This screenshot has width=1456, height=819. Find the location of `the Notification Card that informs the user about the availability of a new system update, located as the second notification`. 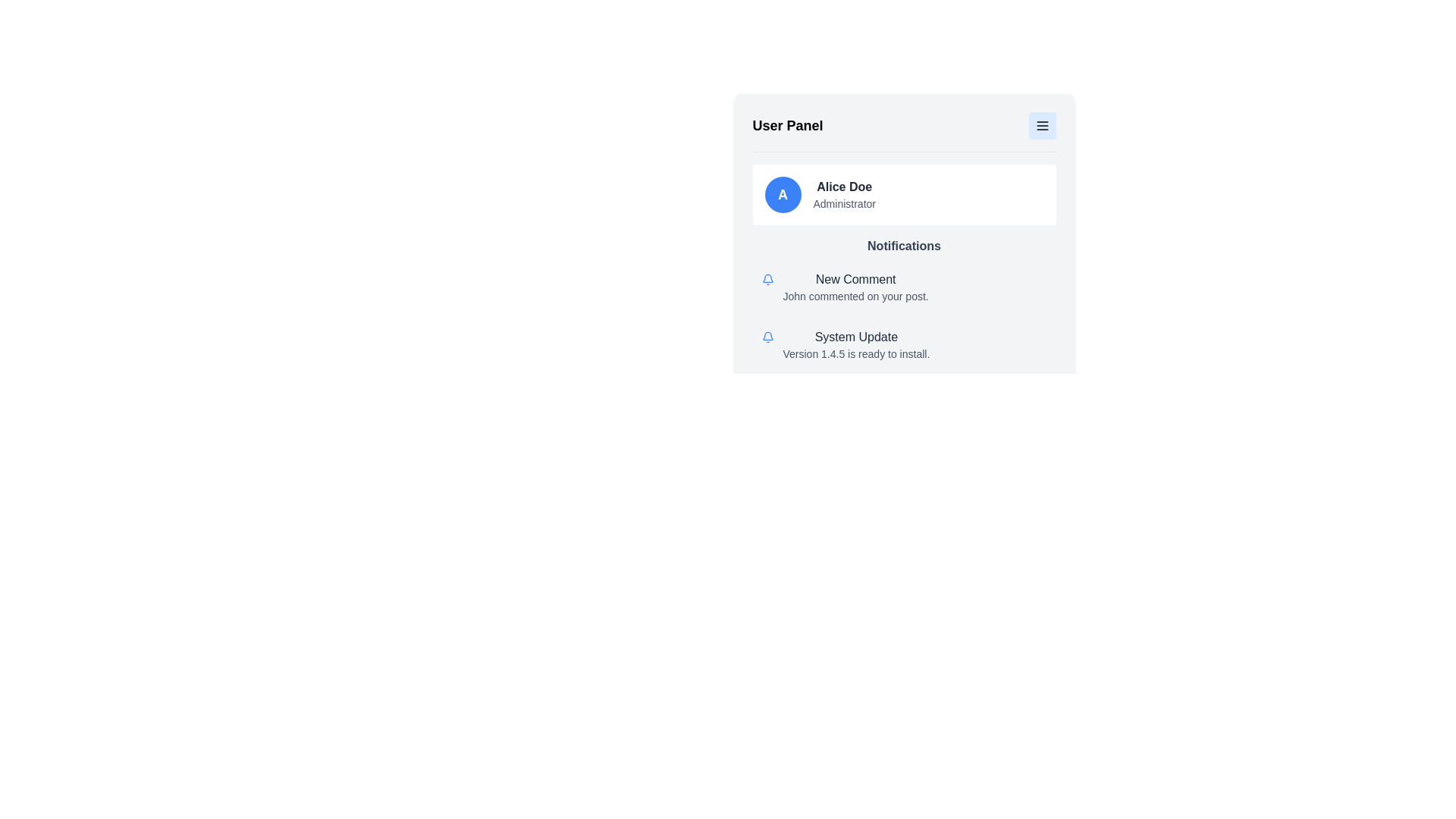

the Notification Card that informs the user about the availability of a new system update, located as the second notification is located at coordinates (904, 345).